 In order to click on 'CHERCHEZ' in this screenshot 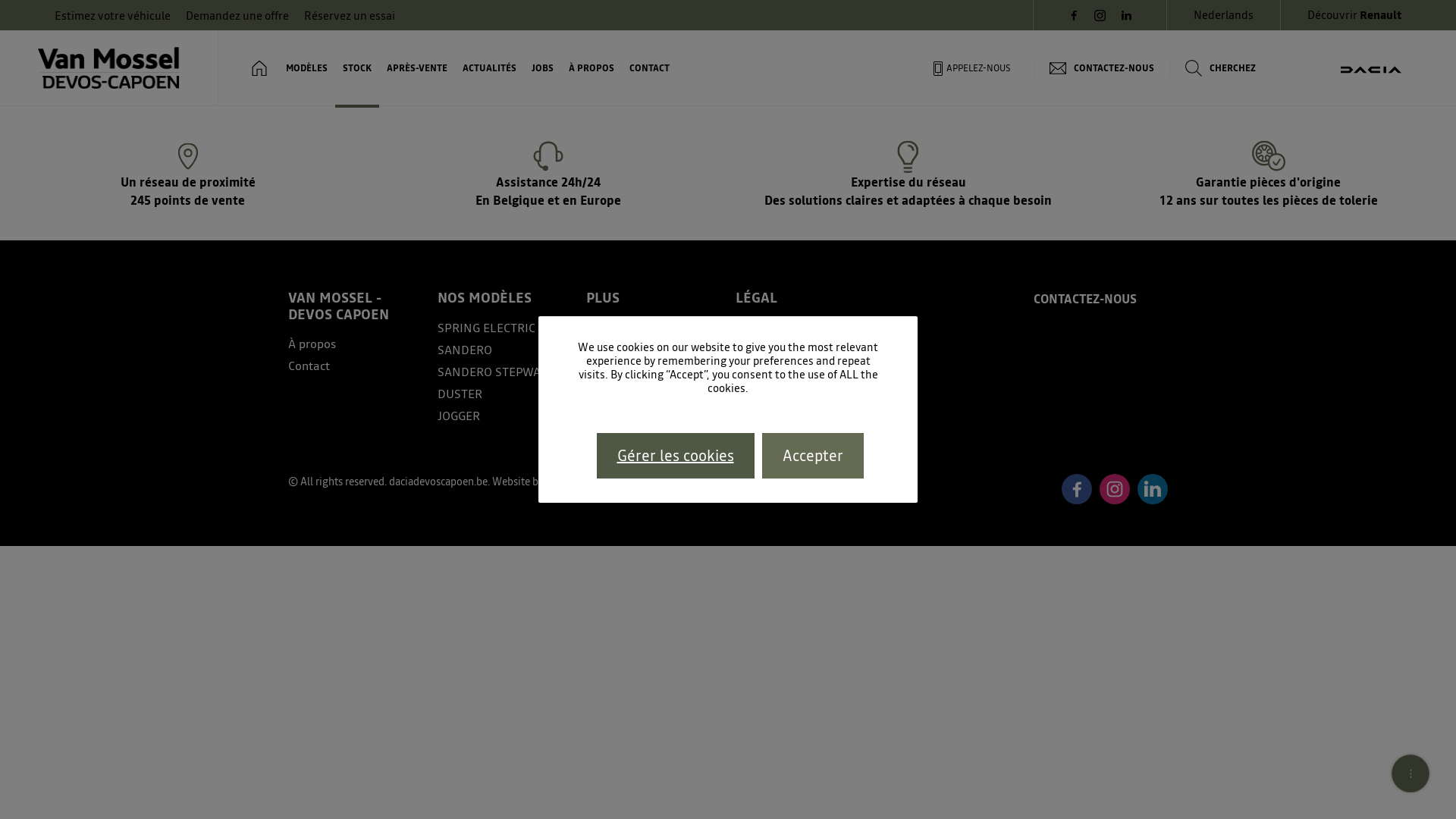, I will do `click(1219, 67)`.